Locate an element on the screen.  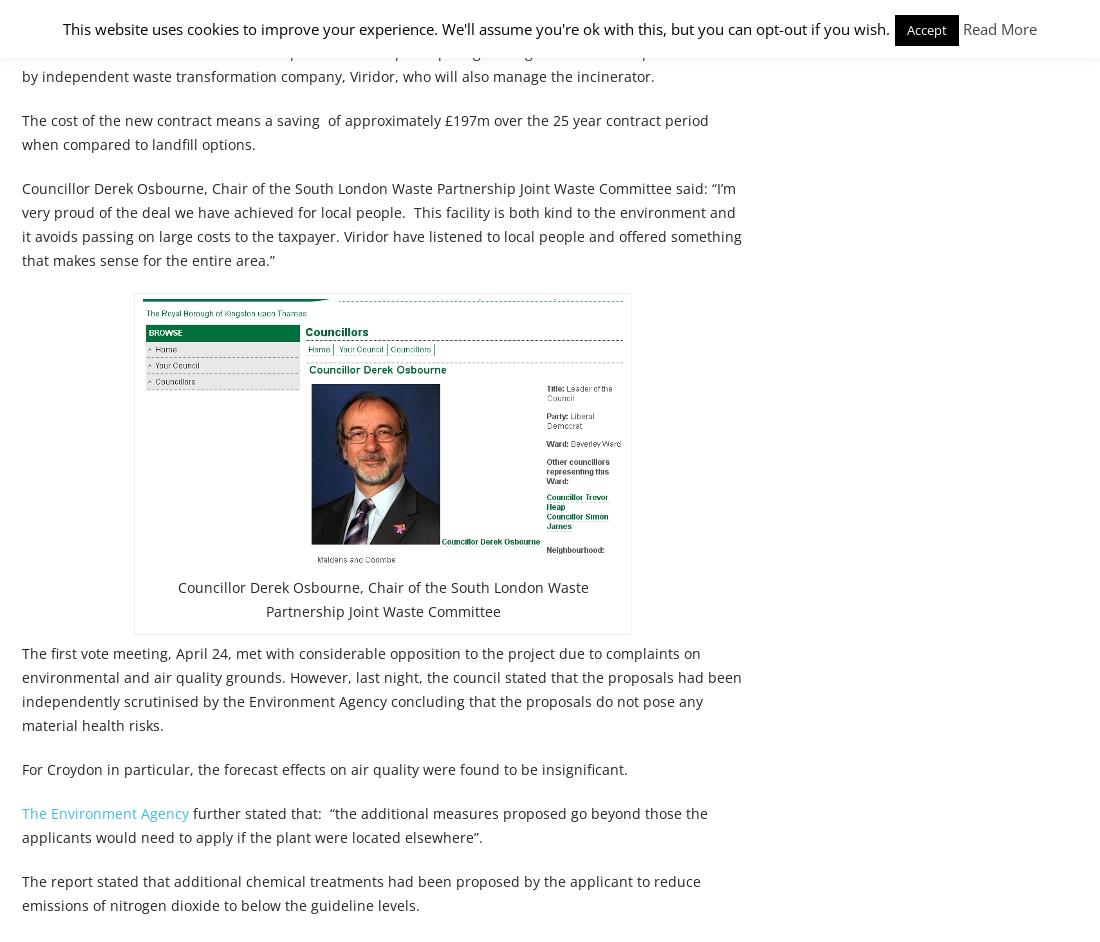
'The Environment Agency' is located at coordinates (105, 812).